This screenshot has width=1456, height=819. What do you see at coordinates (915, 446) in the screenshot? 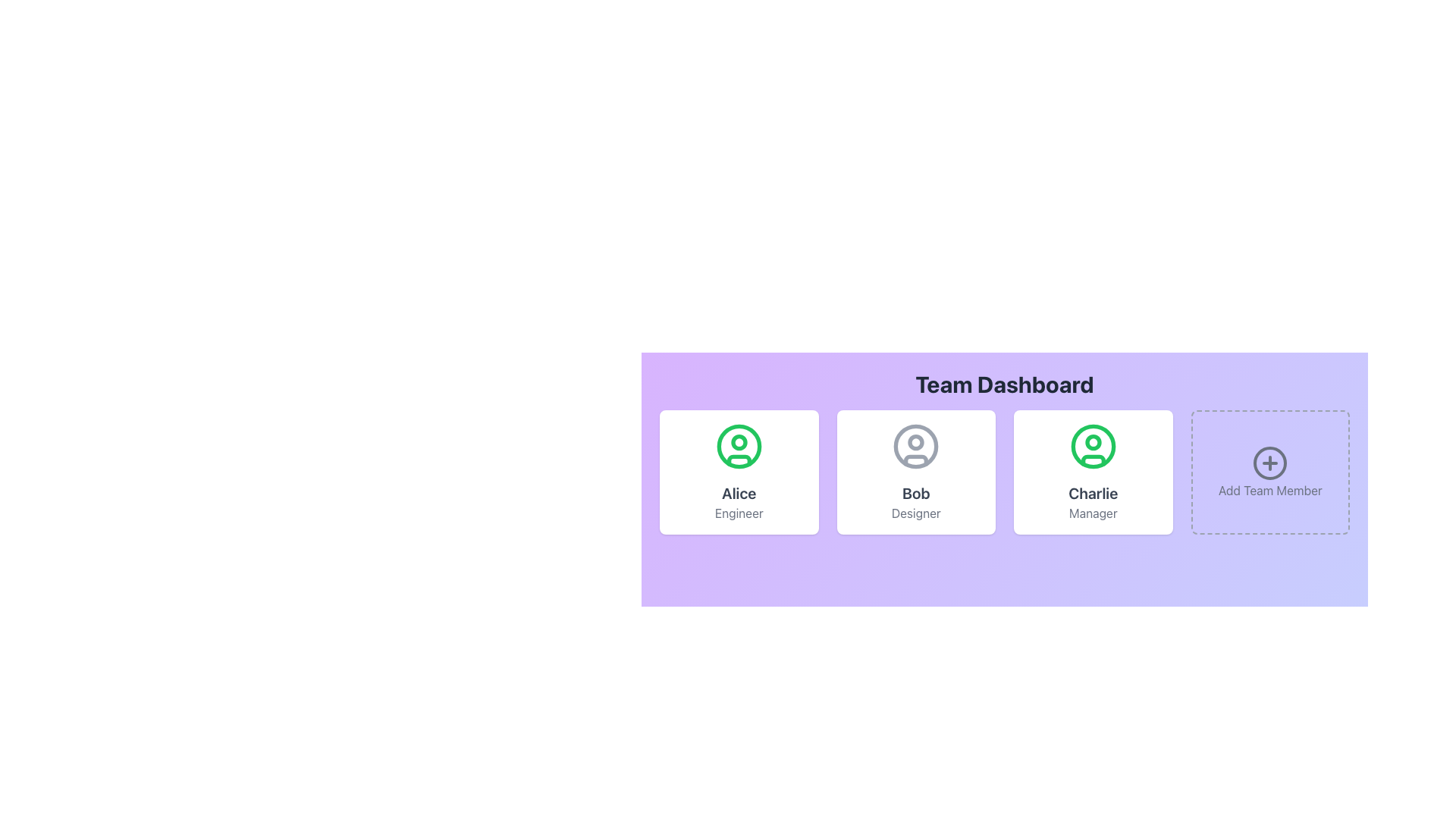
I see `the circular avatar icon with a light gray outline representing 'Bob Designer' in the second team member card on the Team Dashboard` at bounding box center [915, 446].